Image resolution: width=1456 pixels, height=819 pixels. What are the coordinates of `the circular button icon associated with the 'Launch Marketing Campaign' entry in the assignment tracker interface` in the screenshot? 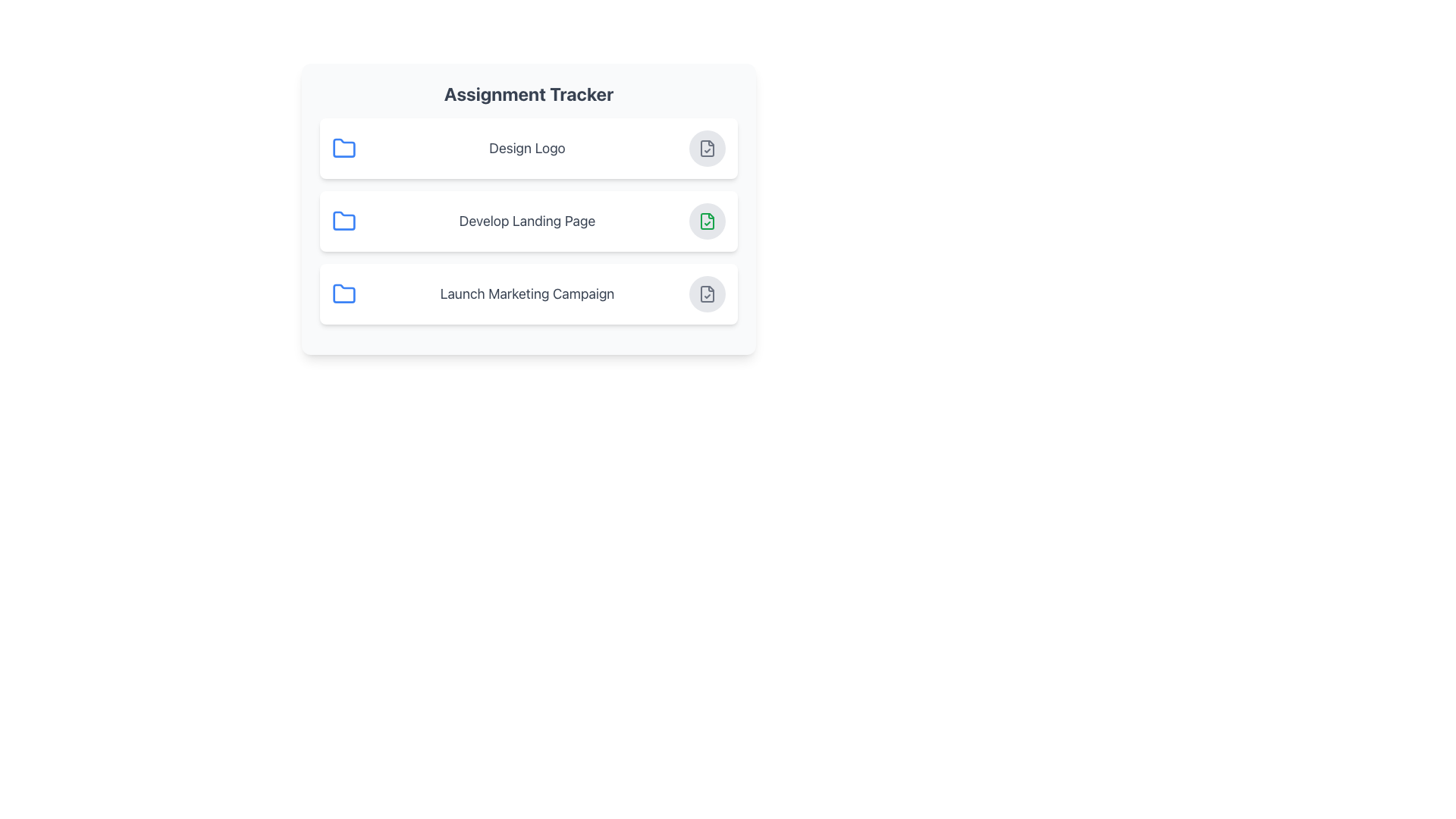 It's located at (706, 294).